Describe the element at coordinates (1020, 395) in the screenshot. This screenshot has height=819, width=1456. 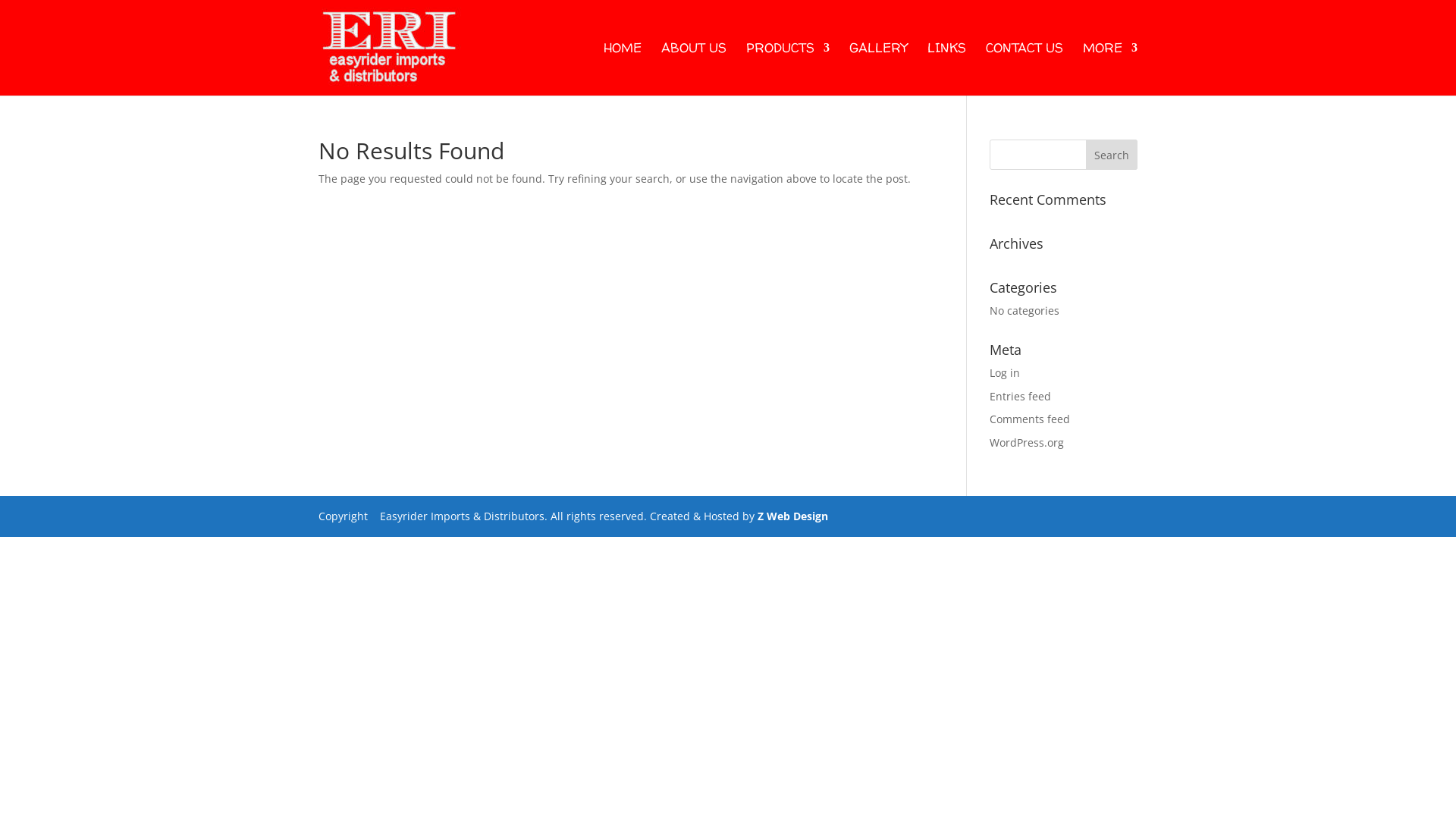
I see `'Entries feed'` at that location.